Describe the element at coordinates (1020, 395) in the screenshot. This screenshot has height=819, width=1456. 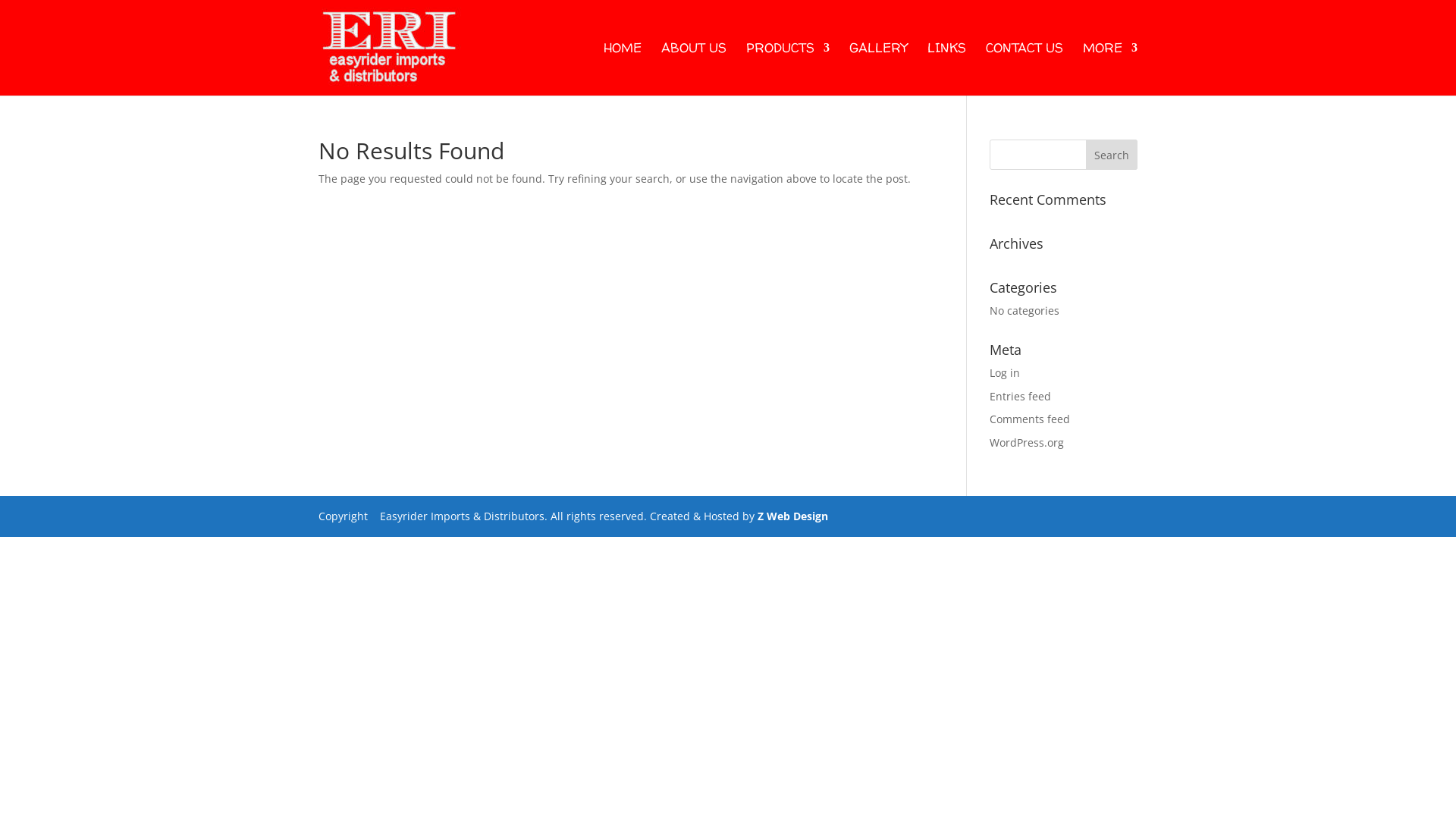
I see `'Entries feed'` at that location.